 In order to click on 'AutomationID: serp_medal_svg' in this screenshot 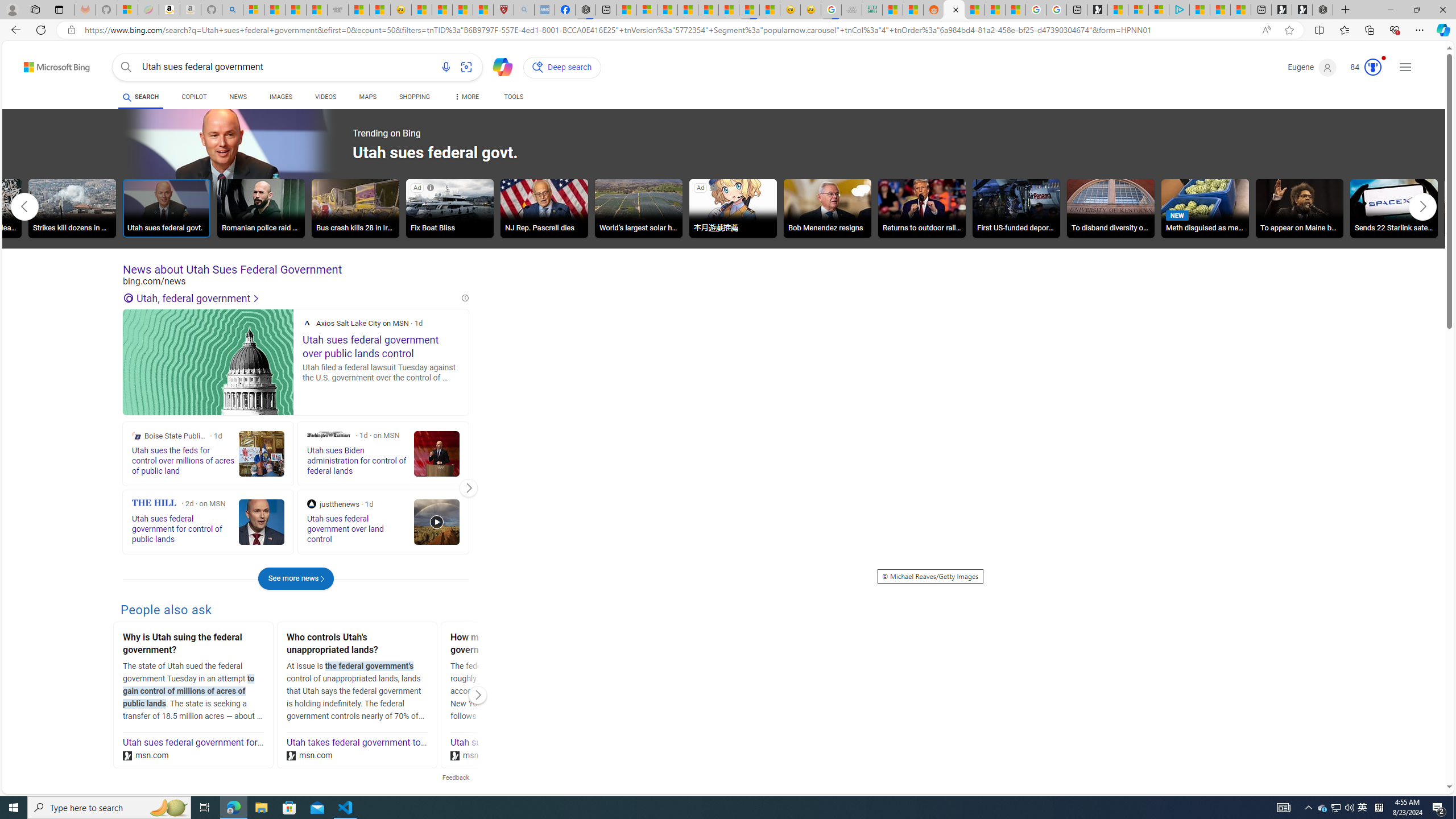, I will do `click(1372, 67)`.